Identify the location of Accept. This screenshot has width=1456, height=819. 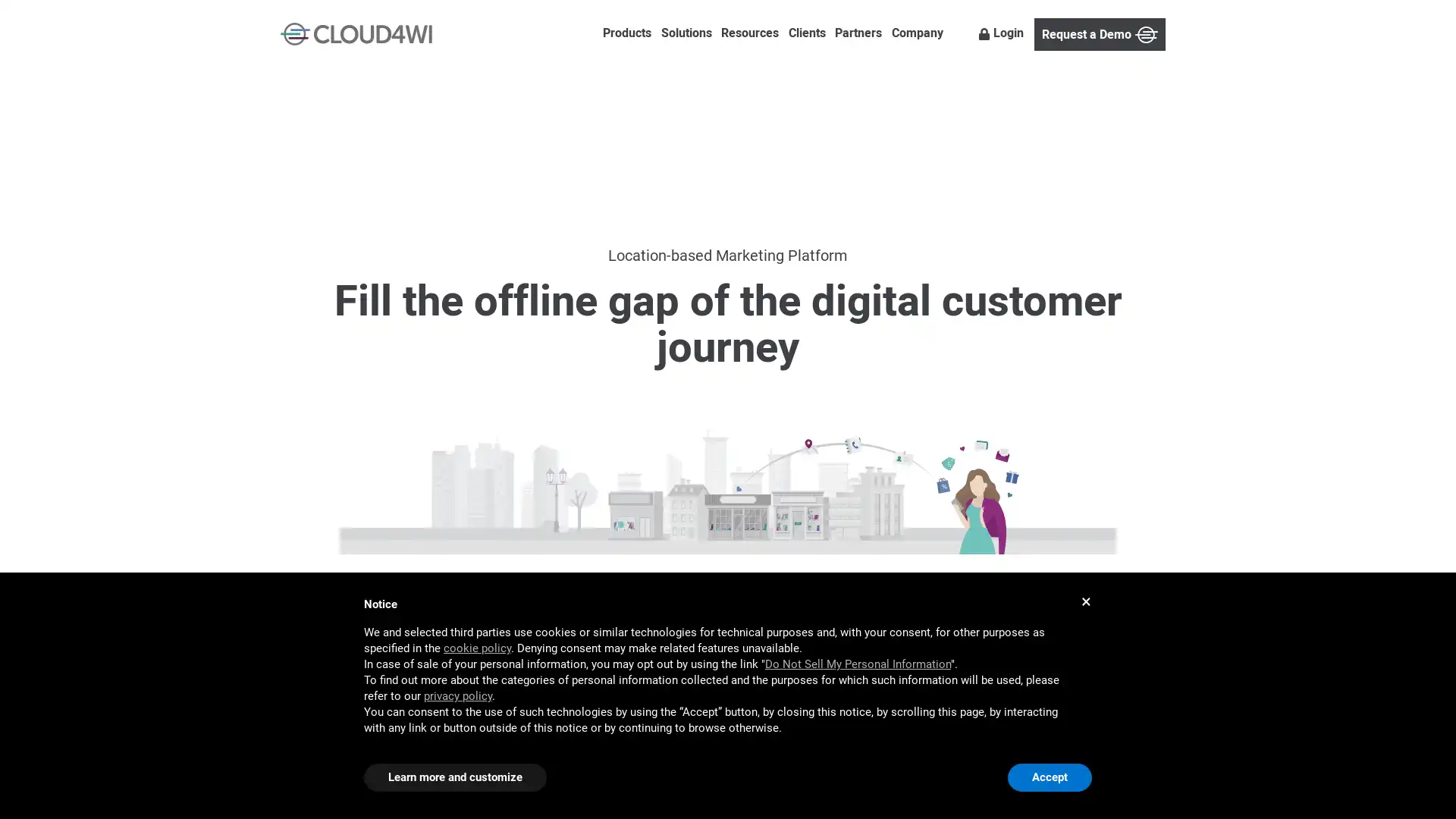
(1049, 777).